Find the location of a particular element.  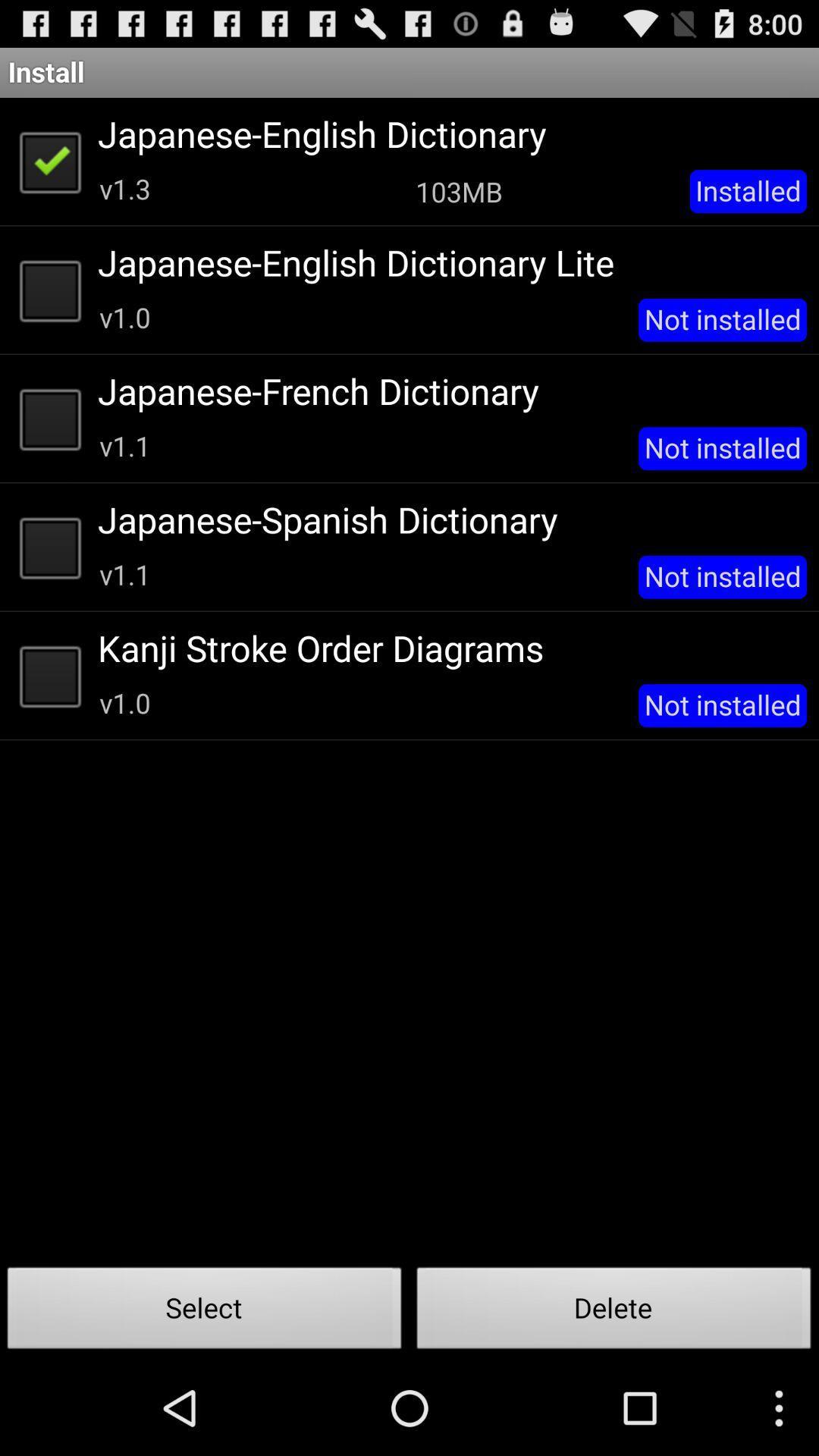

the icon next to the v1.3 app is located at coordinates (458, 190).